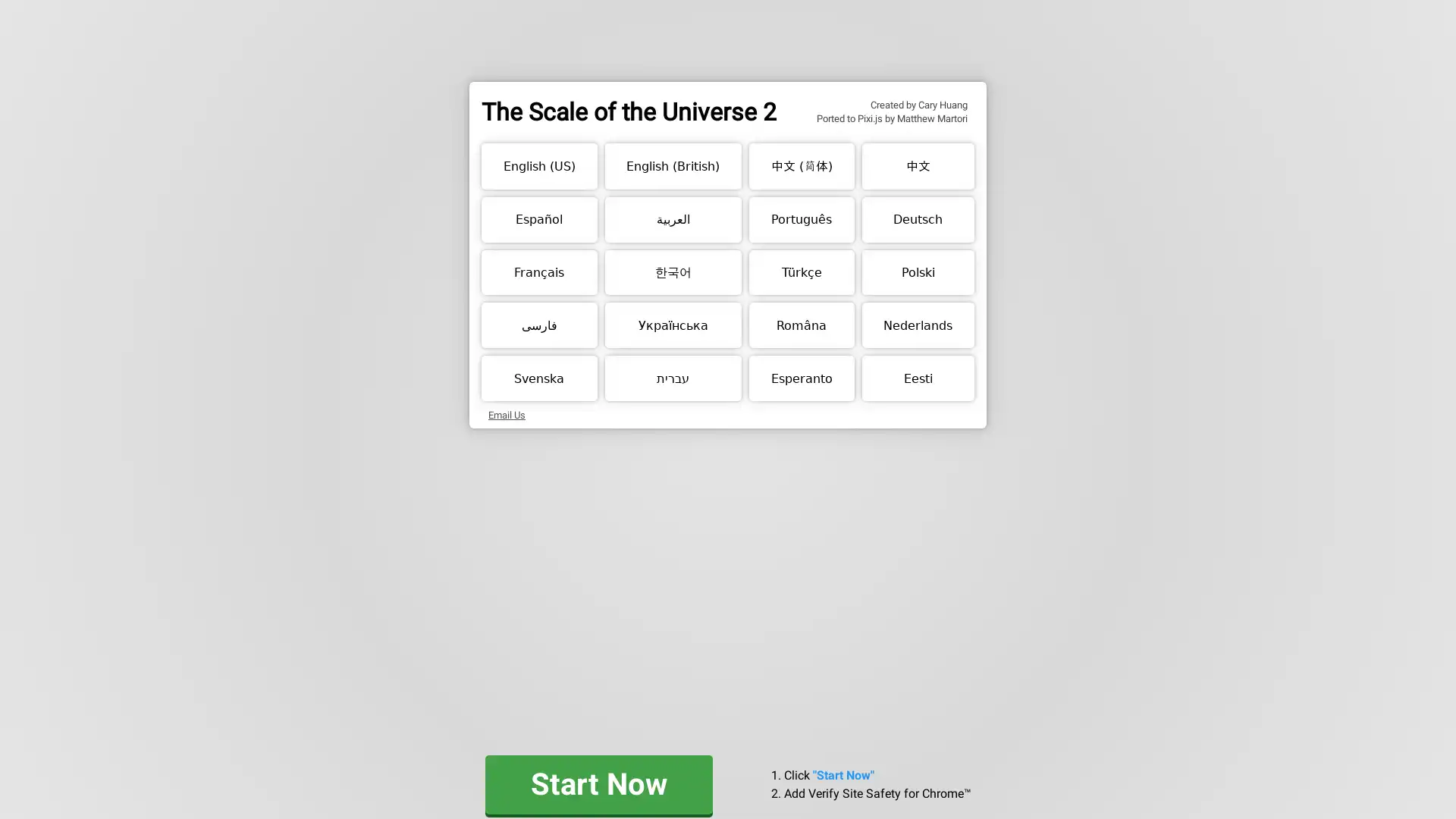  Describe the element at coordinates (800, 377) in the screenshot. I see `Esperanto` at that location.